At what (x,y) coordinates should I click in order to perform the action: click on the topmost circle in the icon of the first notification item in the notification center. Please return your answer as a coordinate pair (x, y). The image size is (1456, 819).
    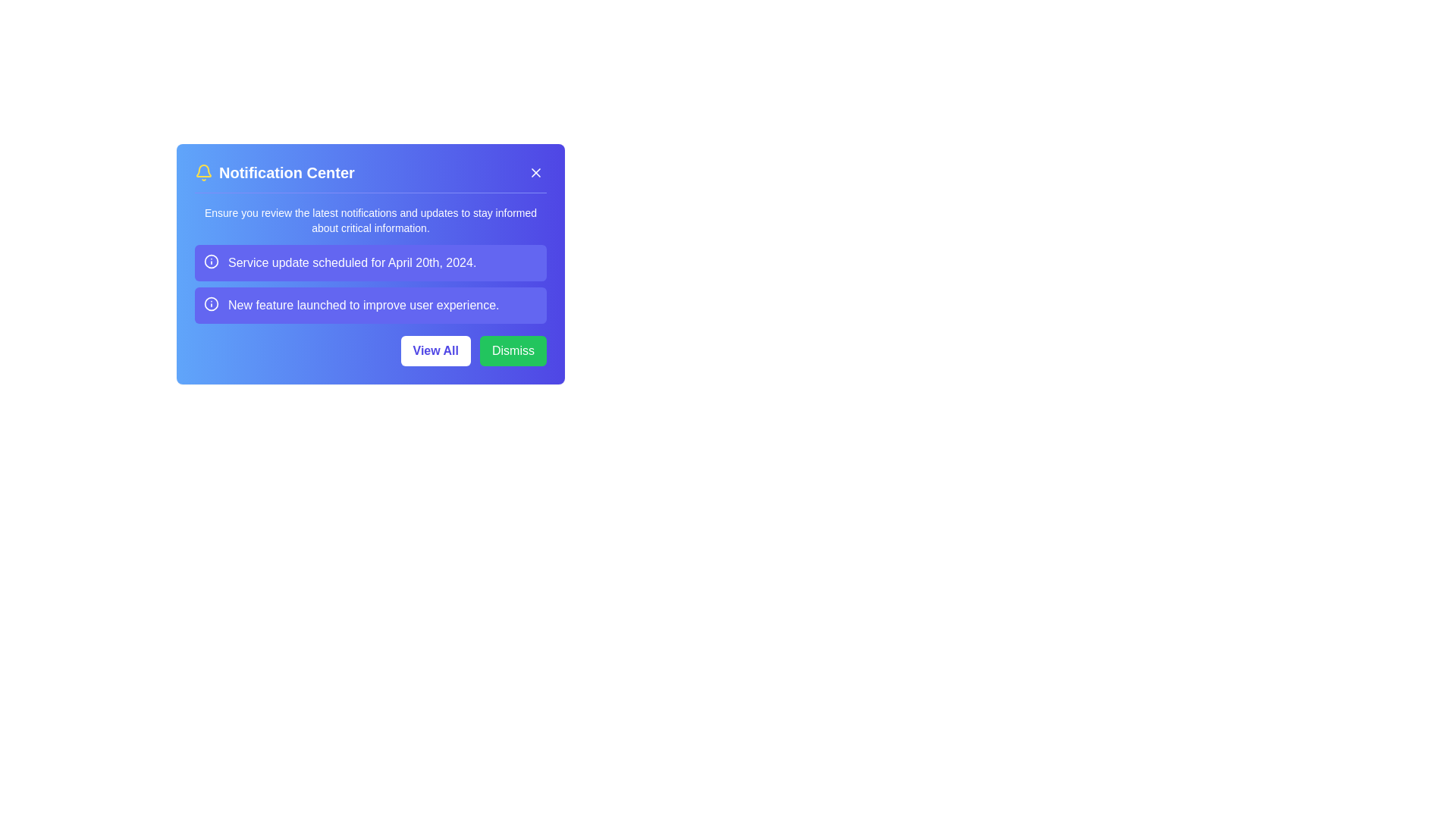
    Looking at the image, I should click on (210, 260).